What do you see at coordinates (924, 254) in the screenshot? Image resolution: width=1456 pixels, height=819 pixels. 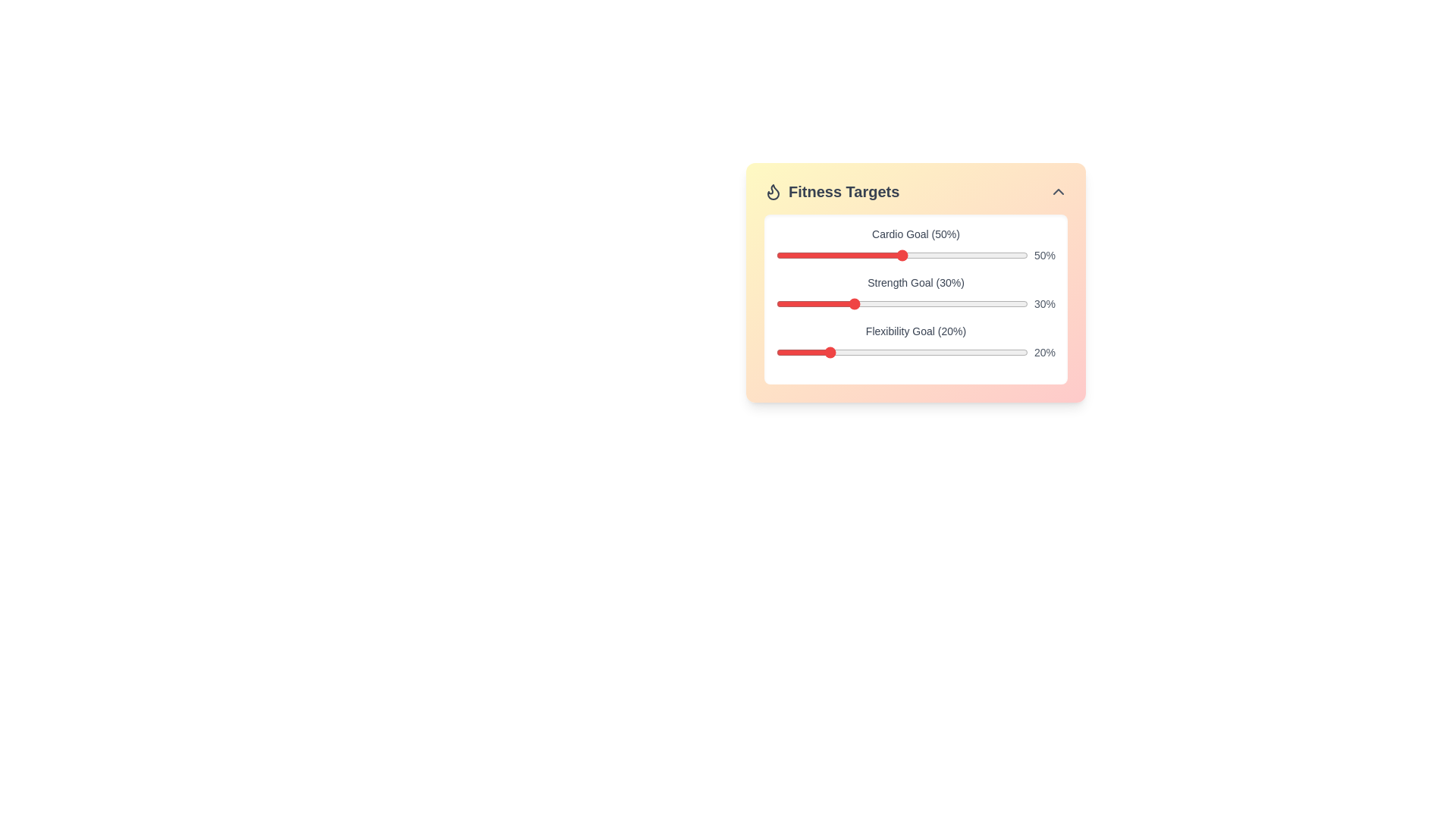 I see `the cardio goal slider to 59%` at bounding box center [924, 254].